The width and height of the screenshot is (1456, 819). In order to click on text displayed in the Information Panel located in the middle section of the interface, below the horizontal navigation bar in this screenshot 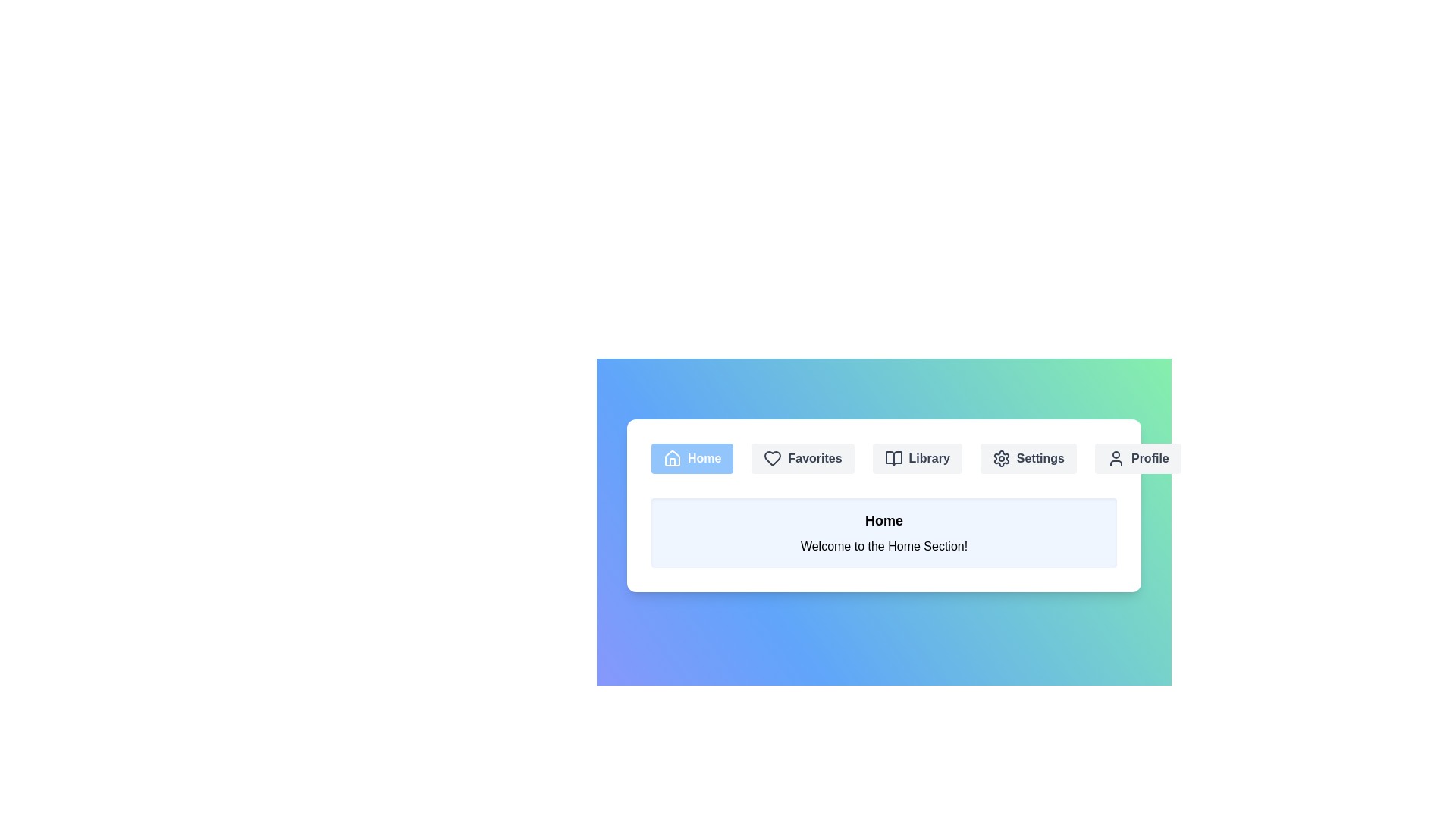, I will do `click(884, 532)`.